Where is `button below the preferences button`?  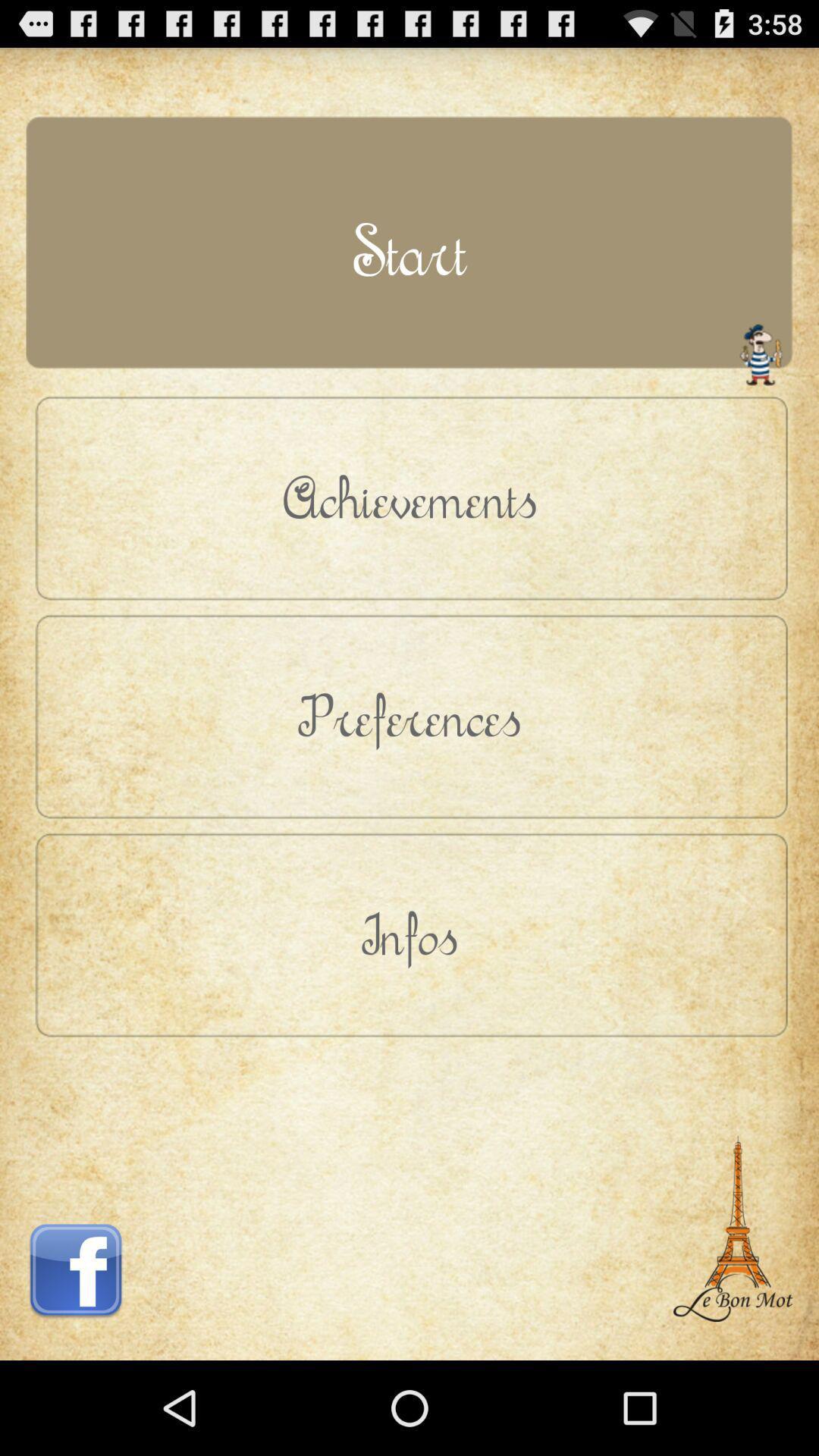
button below the preferences button is located at coordinates (409, 934).